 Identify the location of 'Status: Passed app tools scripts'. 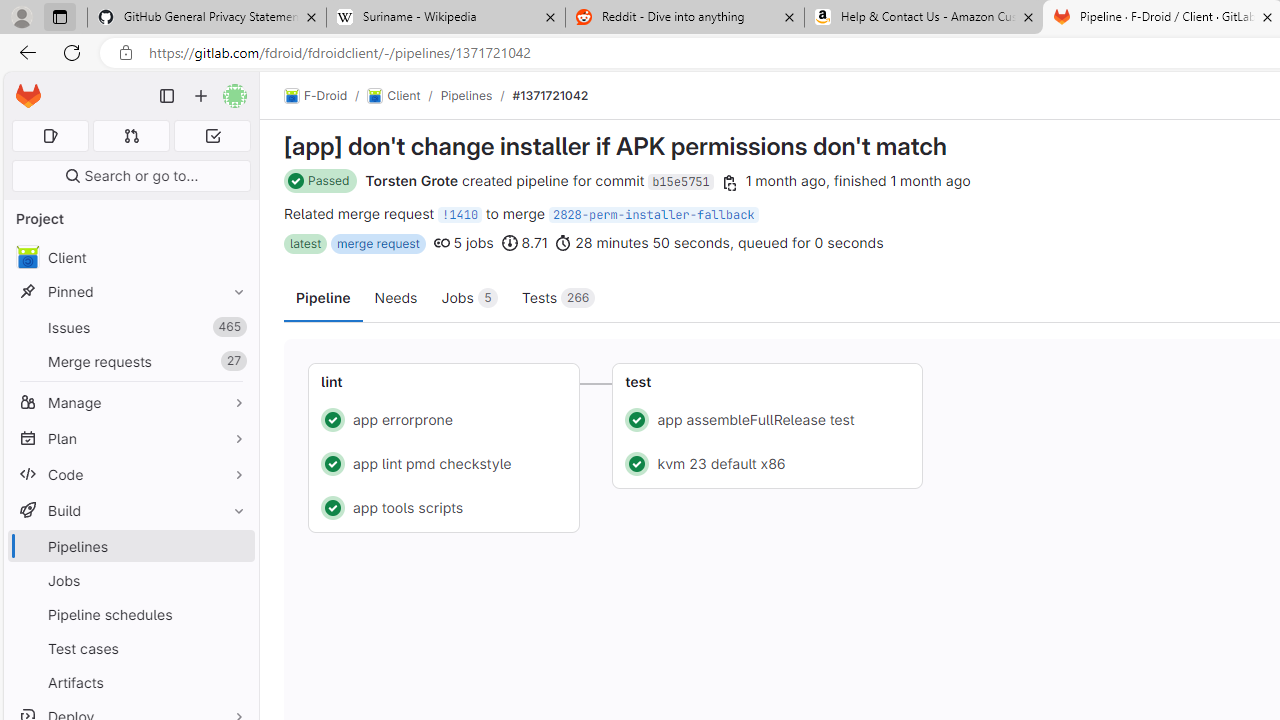
(443, 506).